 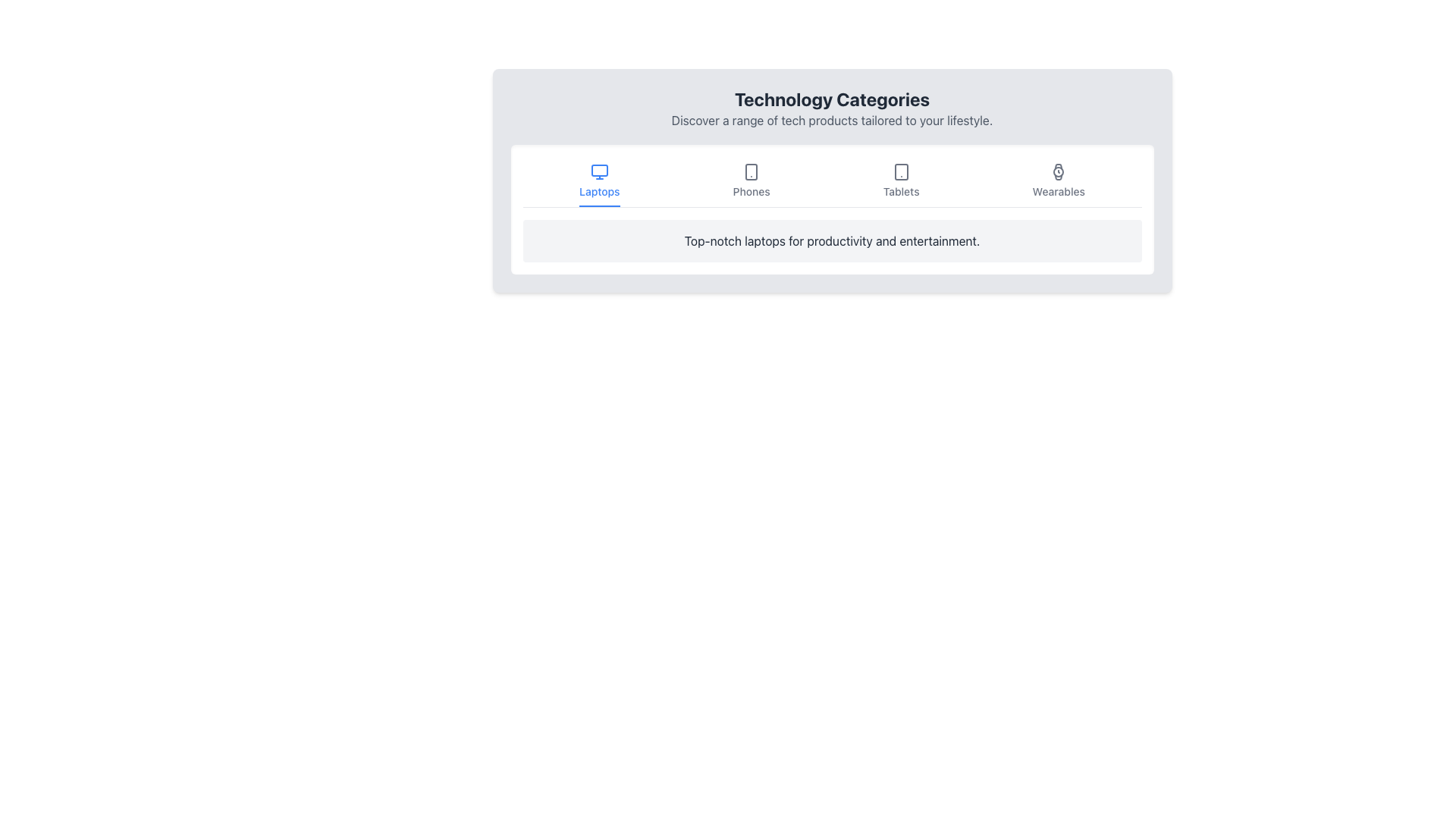 What do you see at coordinates (901, 180) in the screenshot?
I see `the 'Tablets' button, which is a vertically aligned button with a tablet icon and the text label 'Tablets'` at bounding box center [901, 180].